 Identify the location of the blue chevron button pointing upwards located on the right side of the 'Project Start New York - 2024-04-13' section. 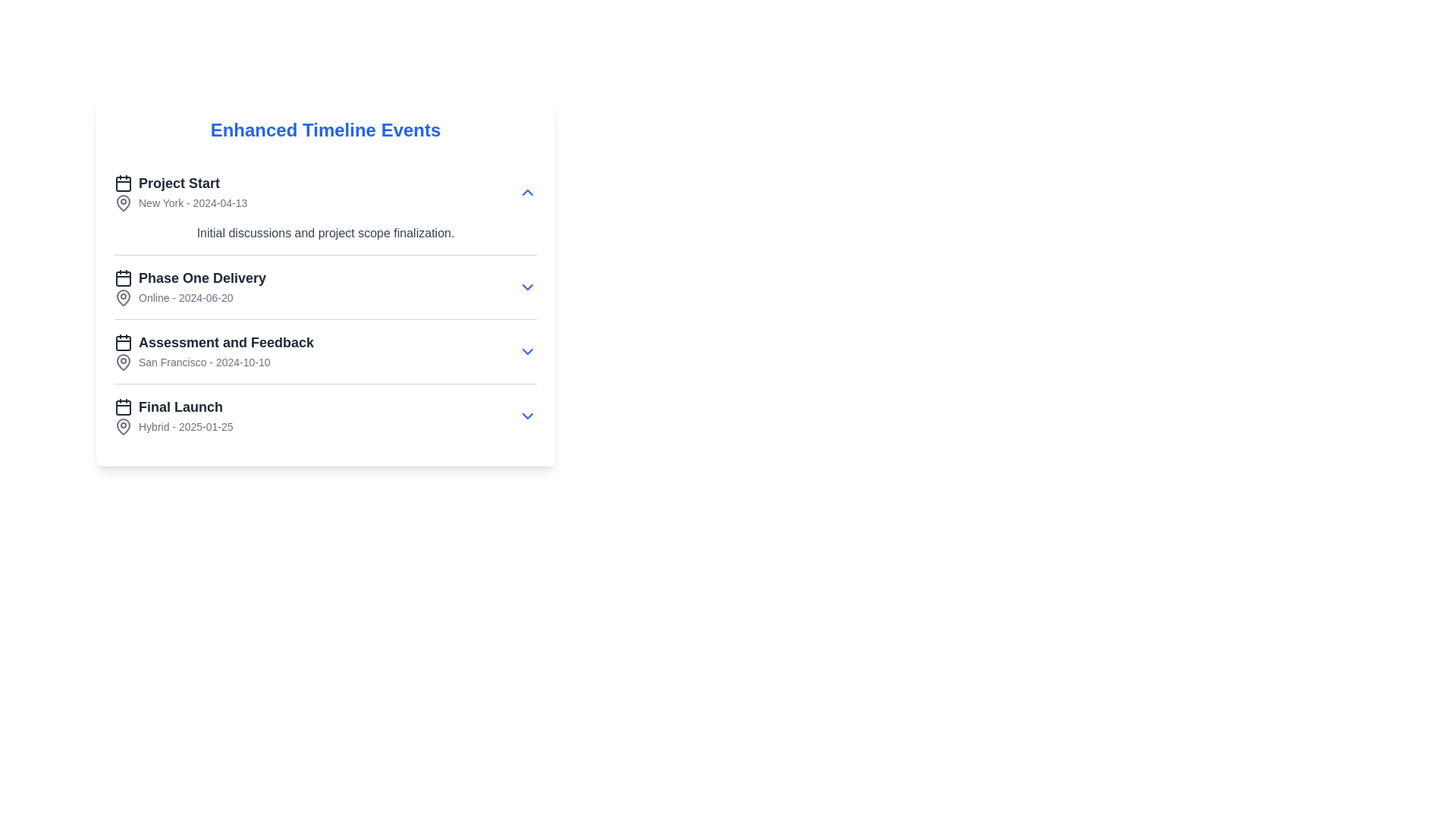
(528, 192).